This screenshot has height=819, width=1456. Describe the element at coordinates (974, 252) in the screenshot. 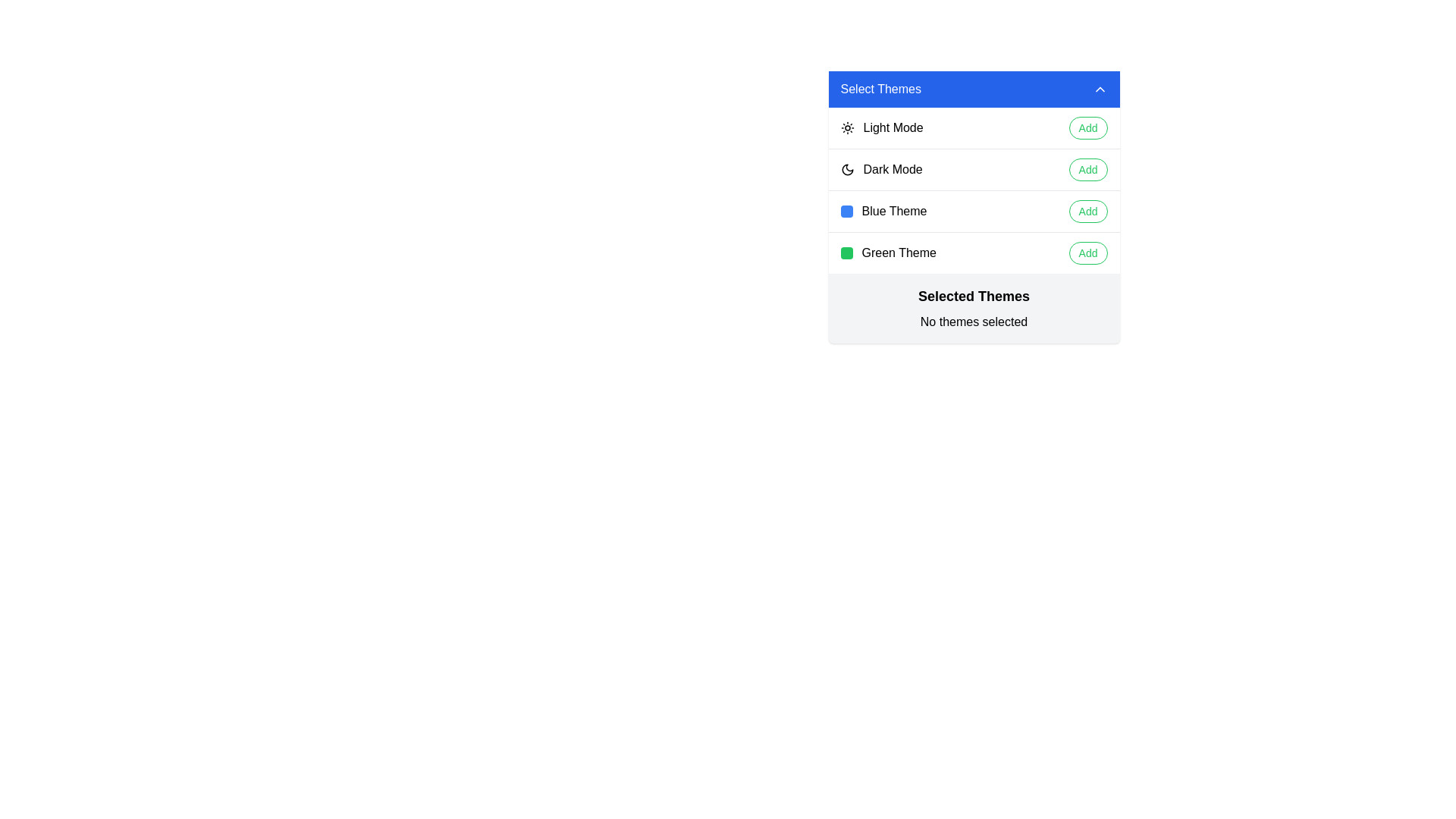

I see `the 'Add' button associated with the fourth selectable theme option labeled 'Green Theme'` at that location.